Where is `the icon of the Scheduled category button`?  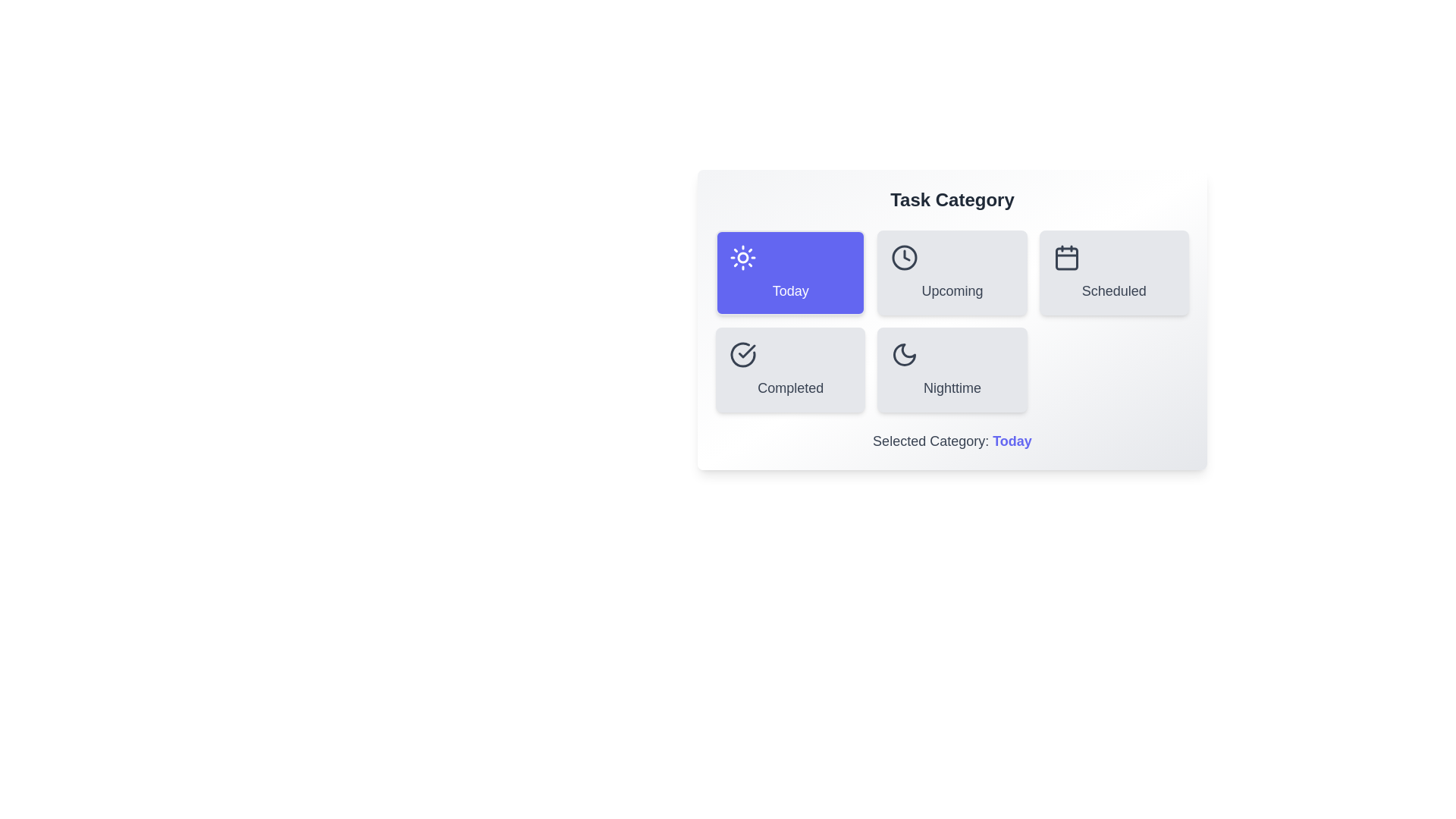 the icon of the Scheduled category button is located at coordinates (1065, 256).